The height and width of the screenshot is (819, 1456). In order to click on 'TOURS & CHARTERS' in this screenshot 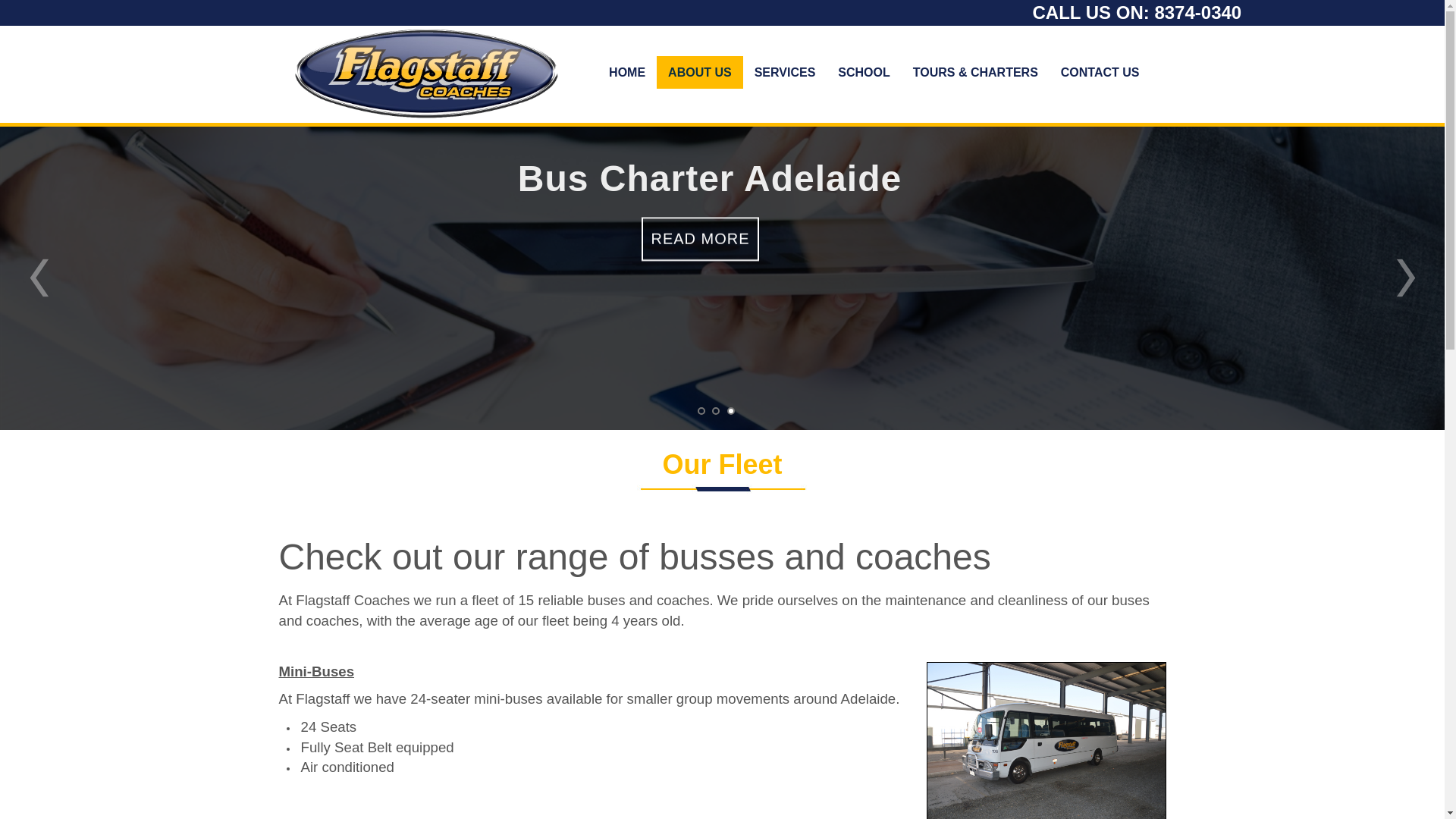, I will do `click(902, 72)`.